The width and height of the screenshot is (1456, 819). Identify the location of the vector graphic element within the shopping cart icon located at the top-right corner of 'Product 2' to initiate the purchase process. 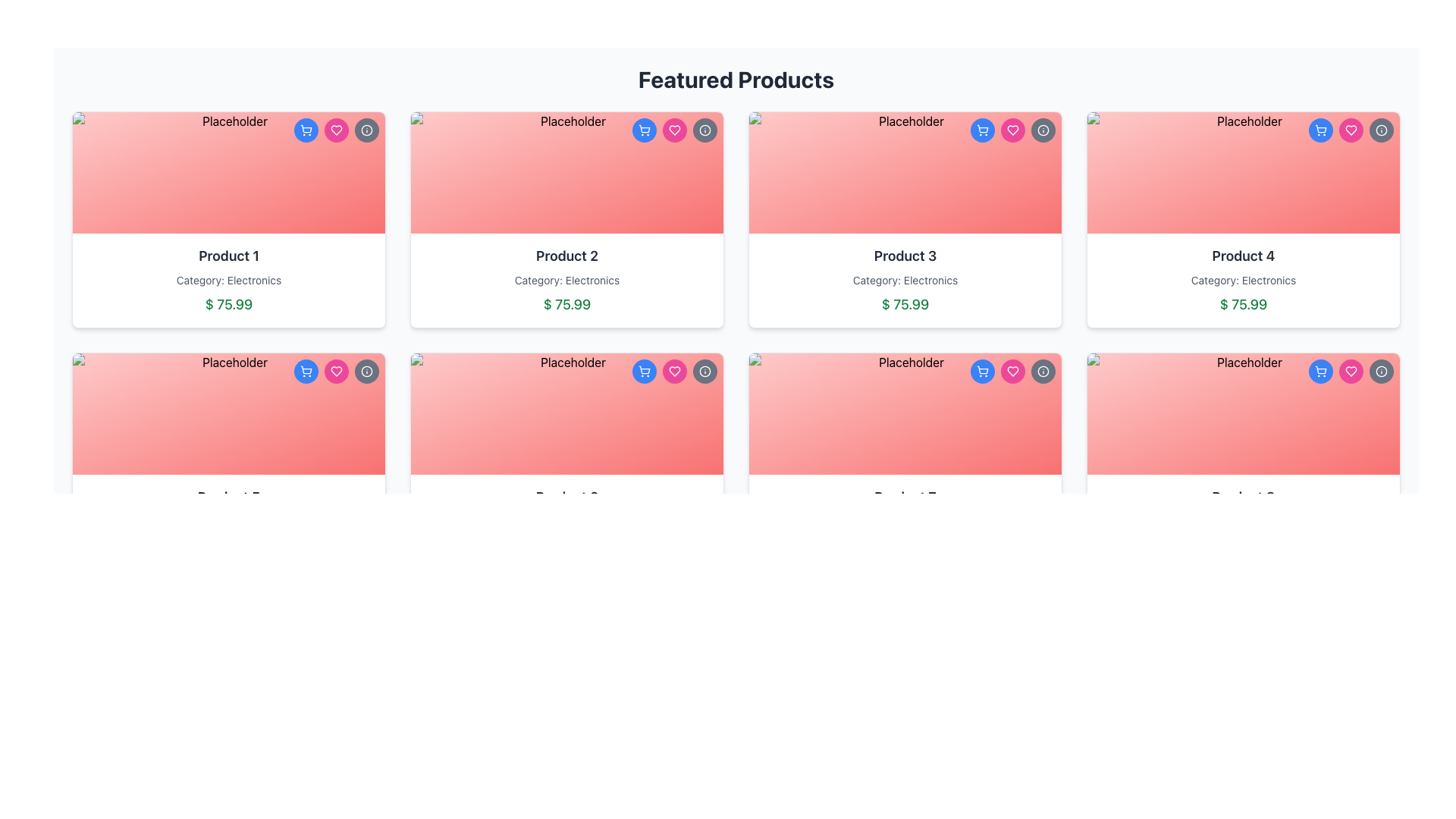
(644, 370).